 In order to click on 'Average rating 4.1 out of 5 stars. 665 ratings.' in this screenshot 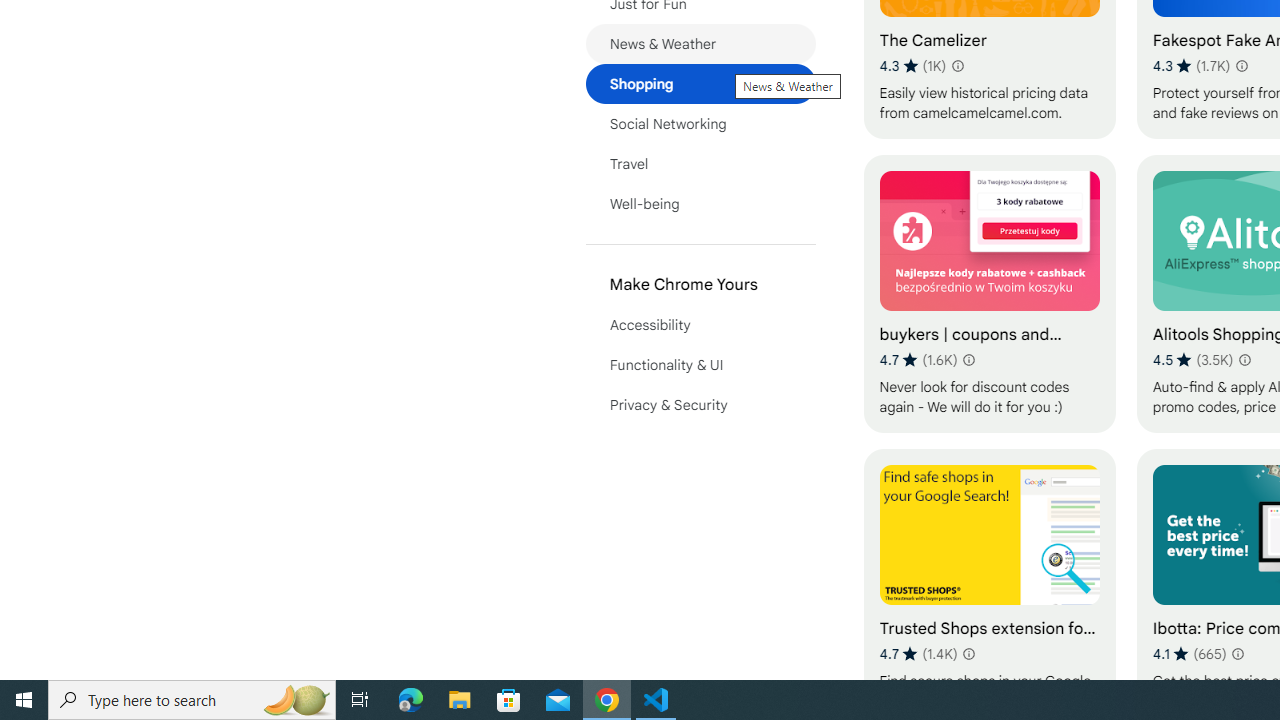, I will do `click(1189, 653)`.